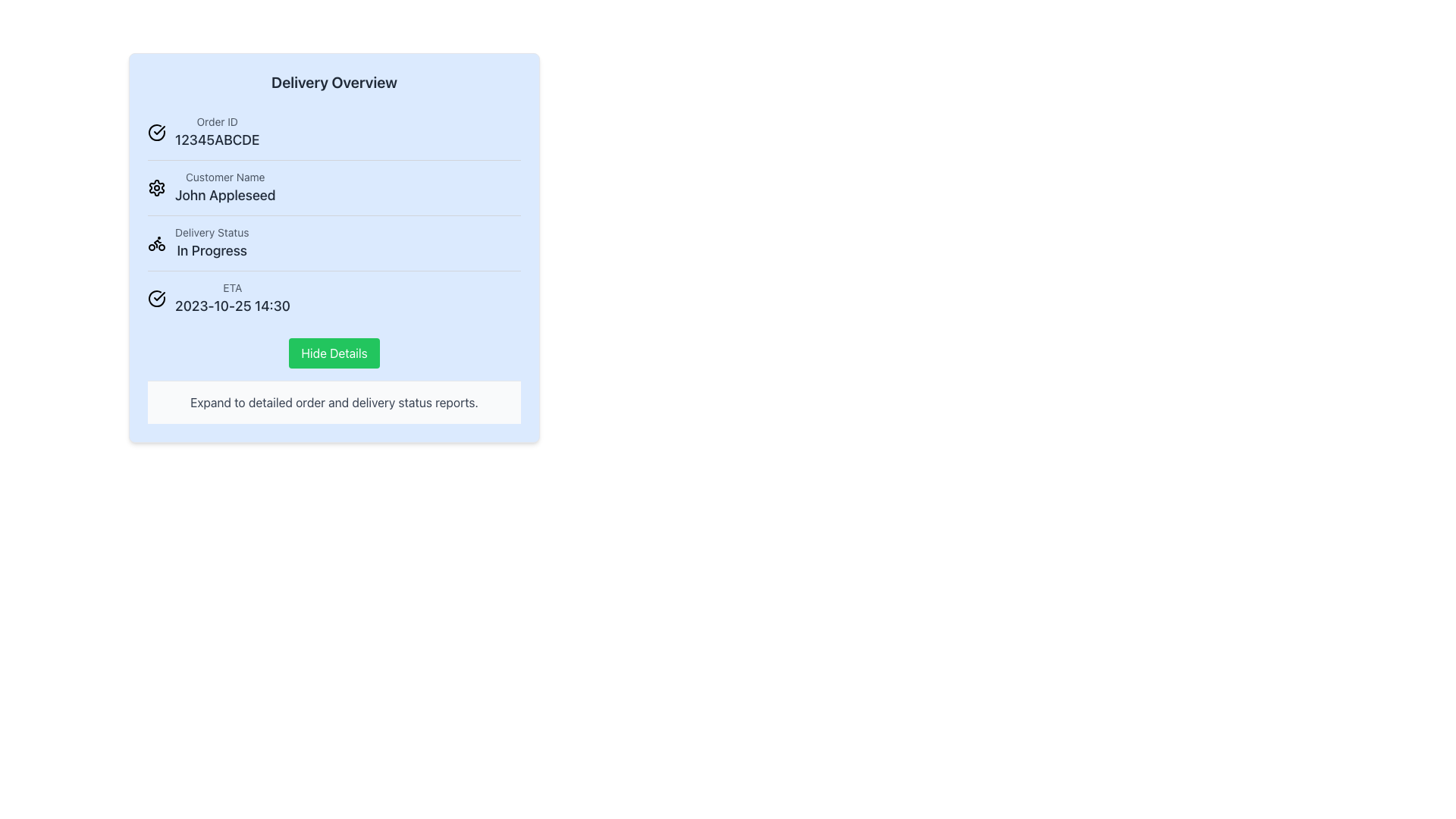  What do you see at coordinates (334, 401) in the screenshot?
I see `the light gray rectangular box containing the text 'Expand to detailed order and delivery status reports.' located below the 'Hide Details' button in the 'Delivery Overview' card` at bounding box center [334, 401].